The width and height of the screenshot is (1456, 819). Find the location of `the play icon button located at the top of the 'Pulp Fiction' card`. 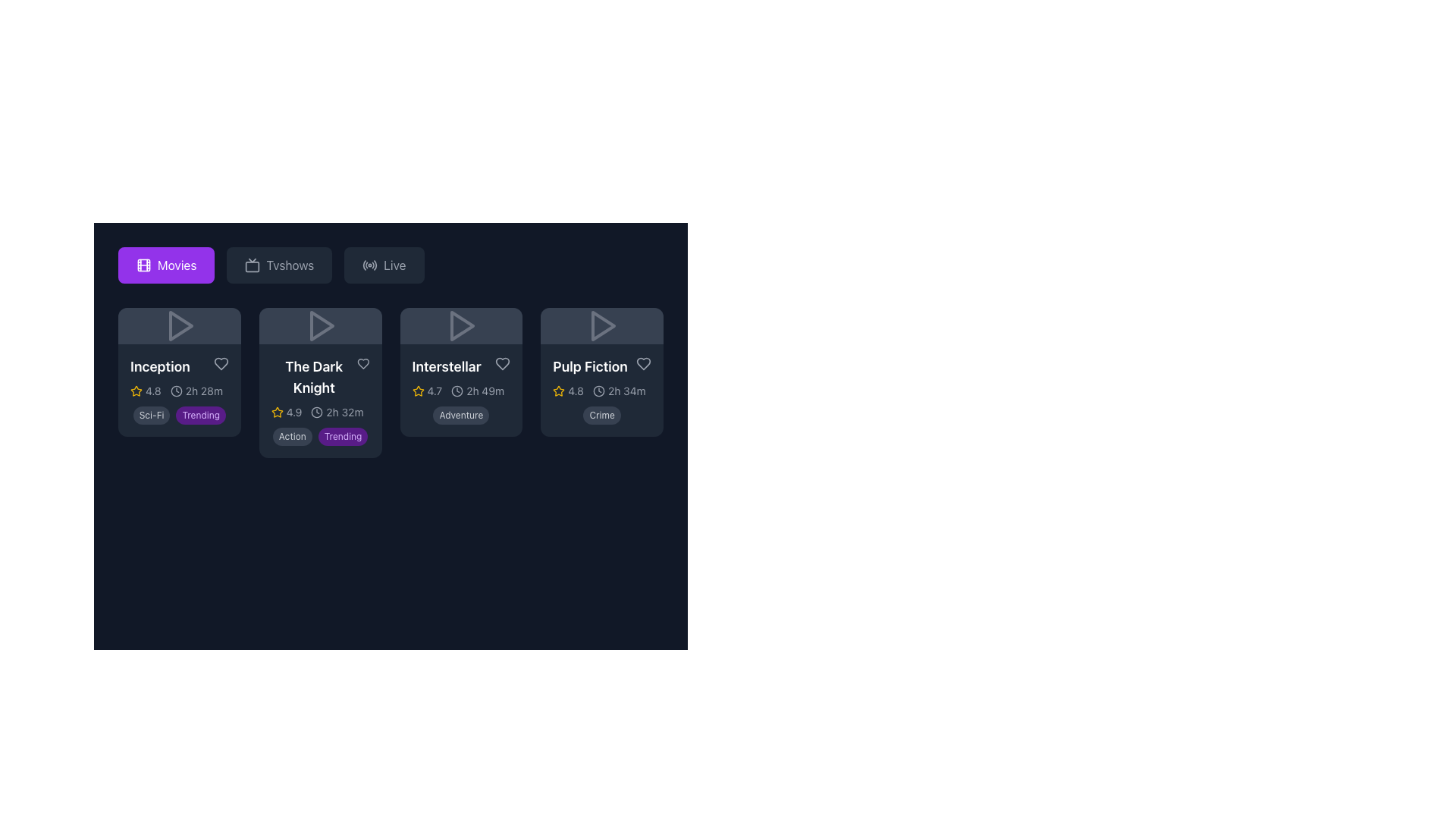

the play icon button located at the top of the 'Pulp Fiction' card is located at coordinates (601, 325).